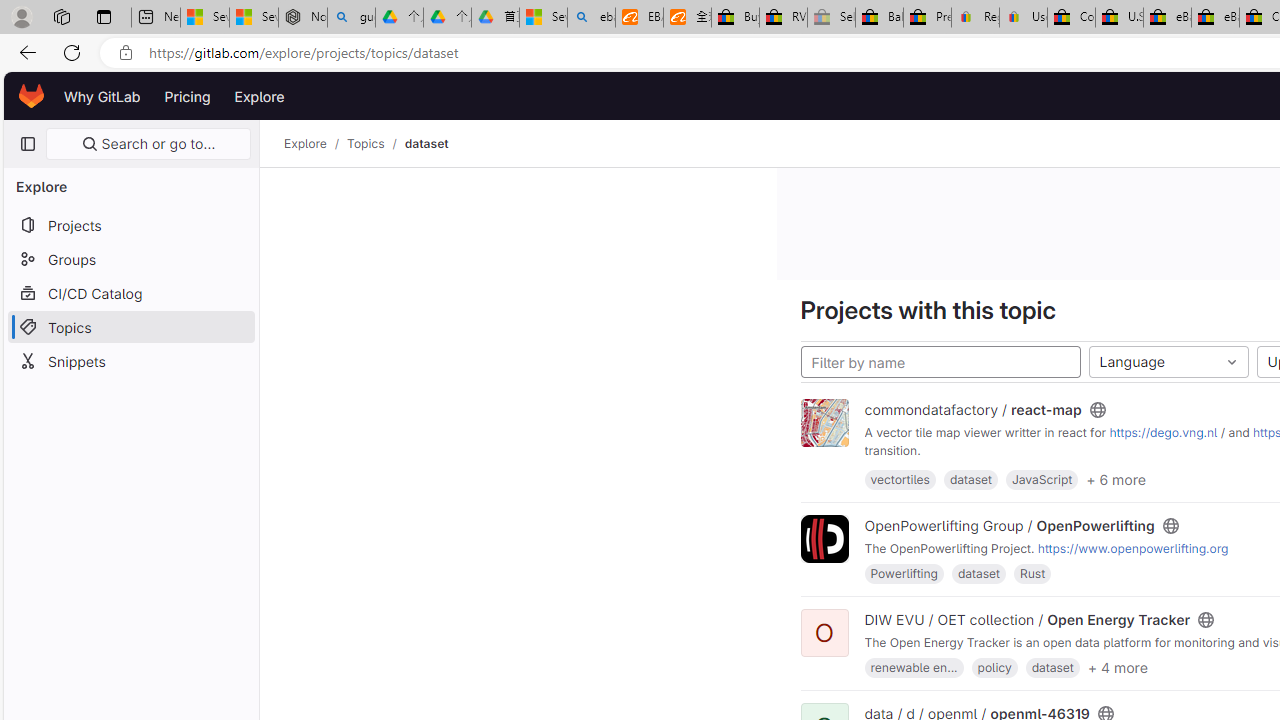 This screenshot has width=1280, height=720. I want to click on 'O', so click(824, 633).